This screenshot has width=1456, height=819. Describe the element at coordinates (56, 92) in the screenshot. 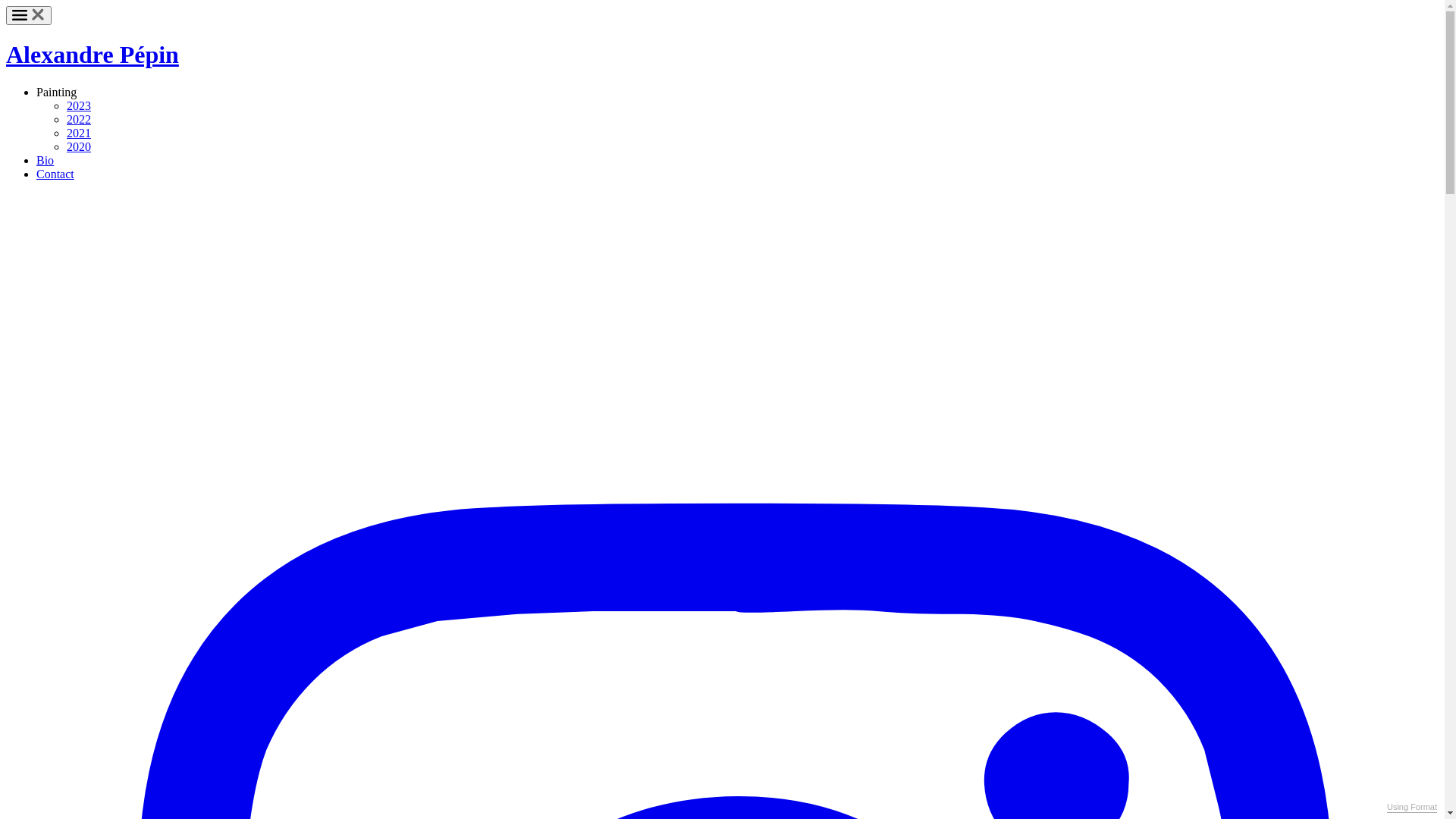

I see `'Painting'` at that location.